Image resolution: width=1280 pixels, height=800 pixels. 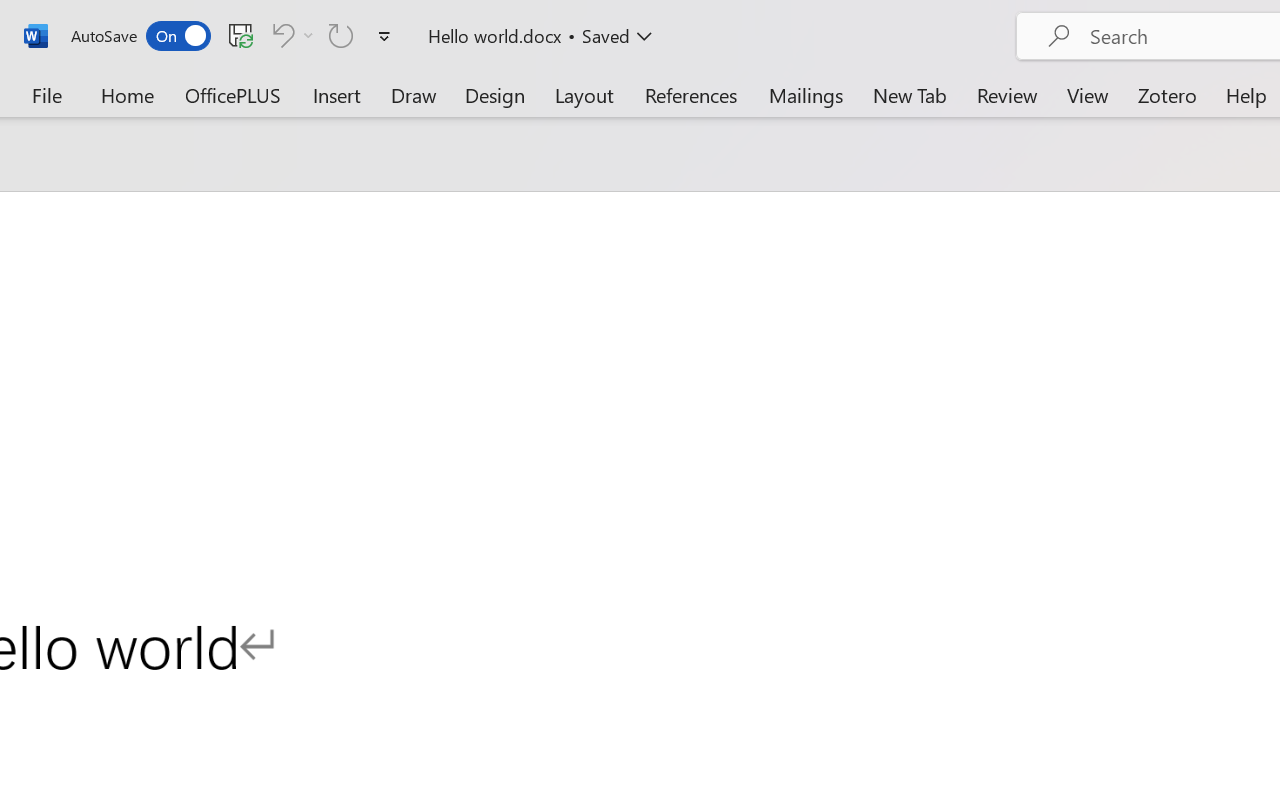 What do you see at coordinates (46, 94) in the screenshot?
I see `'File Tab'` at bounding box center [46, 94].